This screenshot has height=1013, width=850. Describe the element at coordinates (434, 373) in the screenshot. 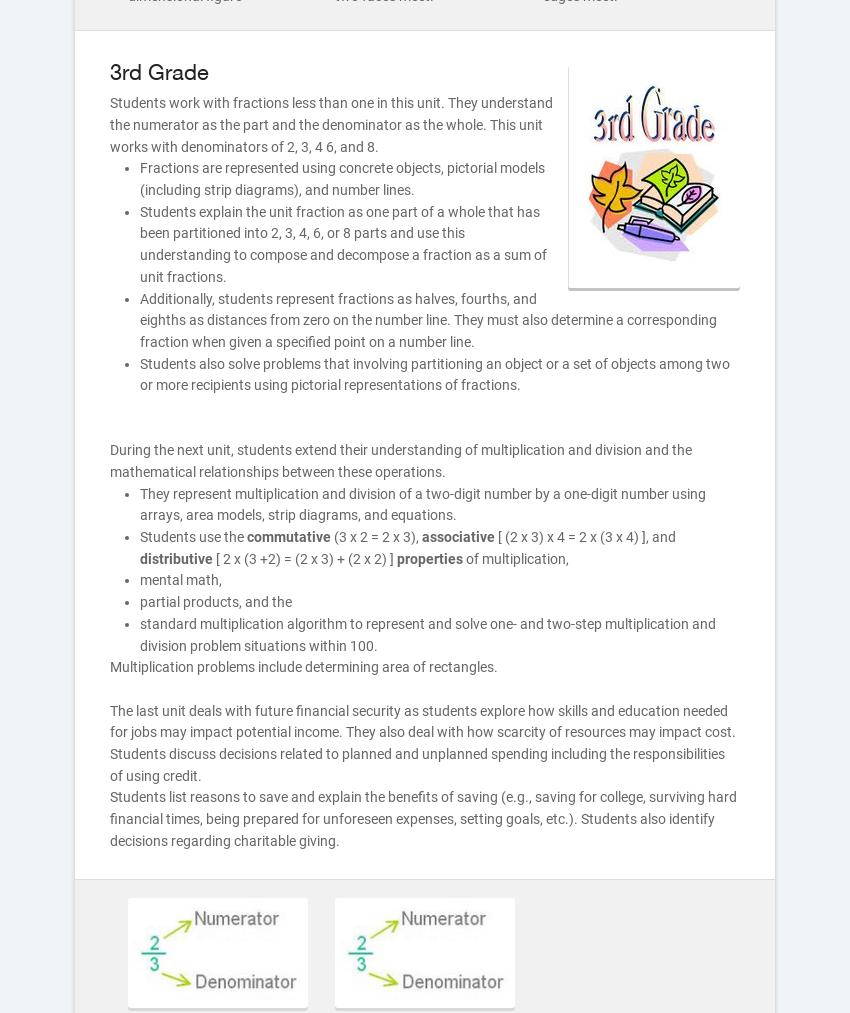

I see `'Students also solve problems that involving partitioning an object or a set of objects among two or more recipients using pictorial representations of fractions.'` at that location.